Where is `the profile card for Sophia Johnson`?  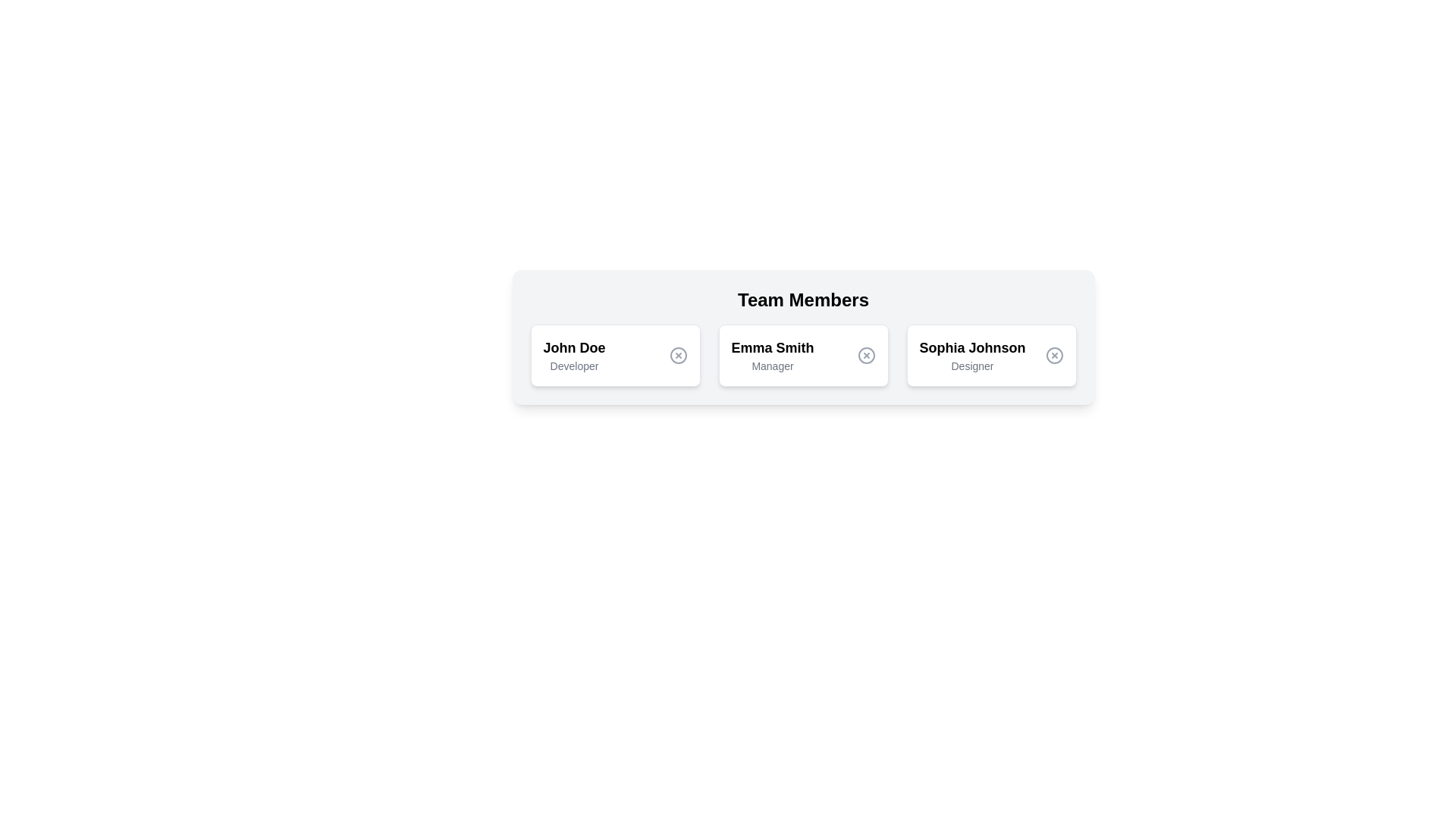
the profile card for Sophia Johnson is located at coordinates (991, 356).